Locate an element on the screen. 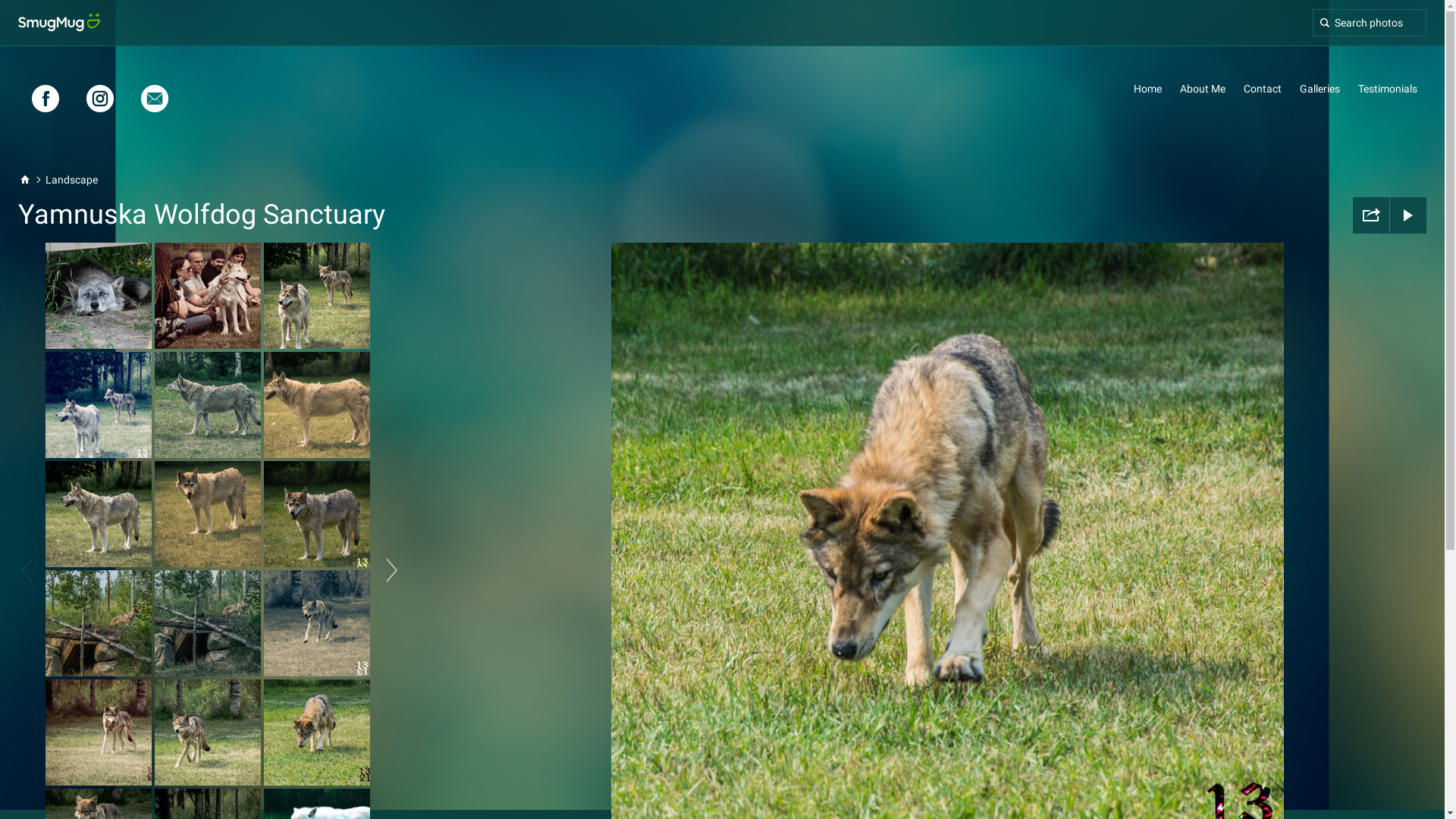  'Home' is located at coordinates (1147, 88).